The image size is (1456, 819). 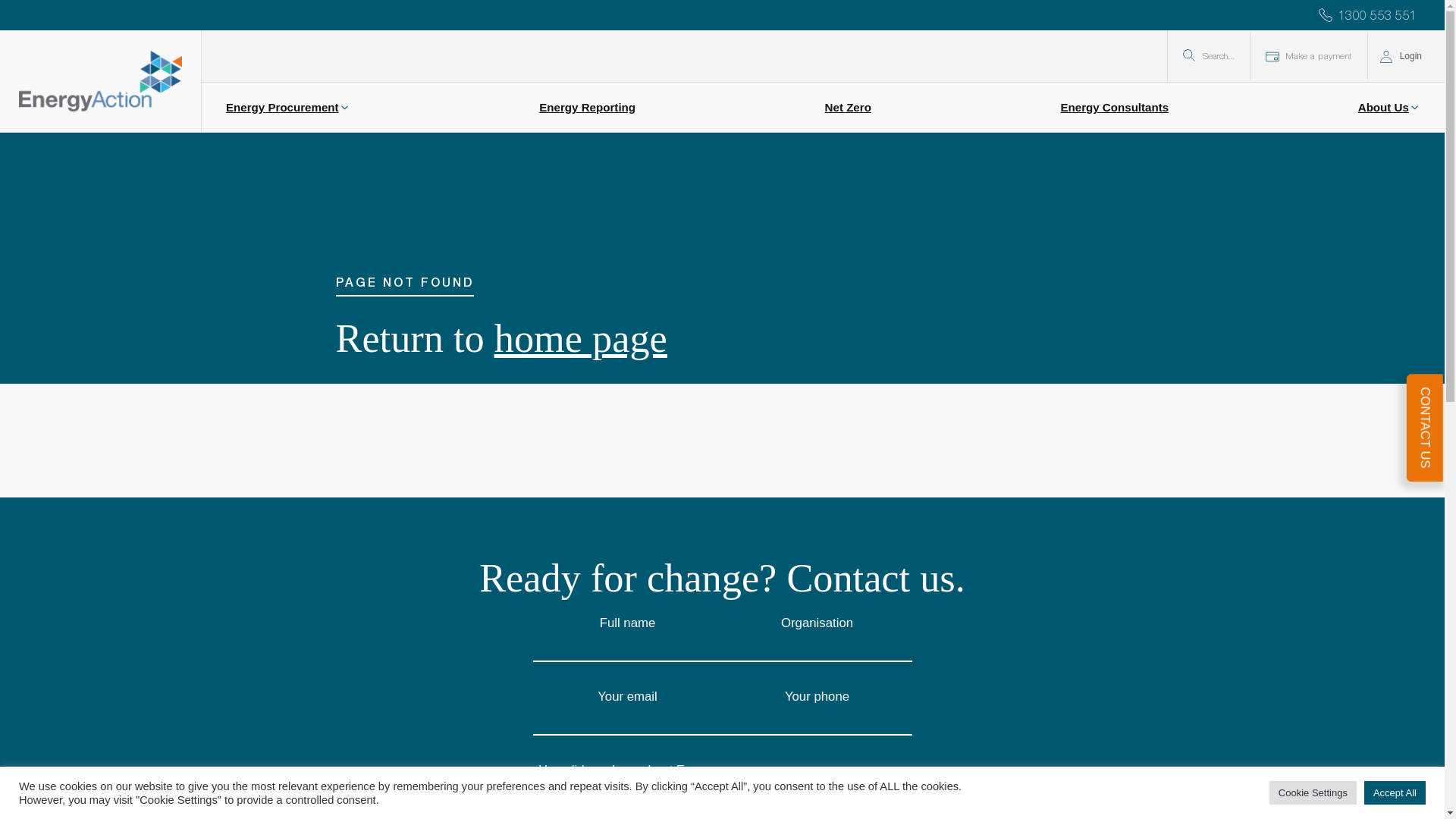 I want to click on 'home page', so click(x=580, y=337).